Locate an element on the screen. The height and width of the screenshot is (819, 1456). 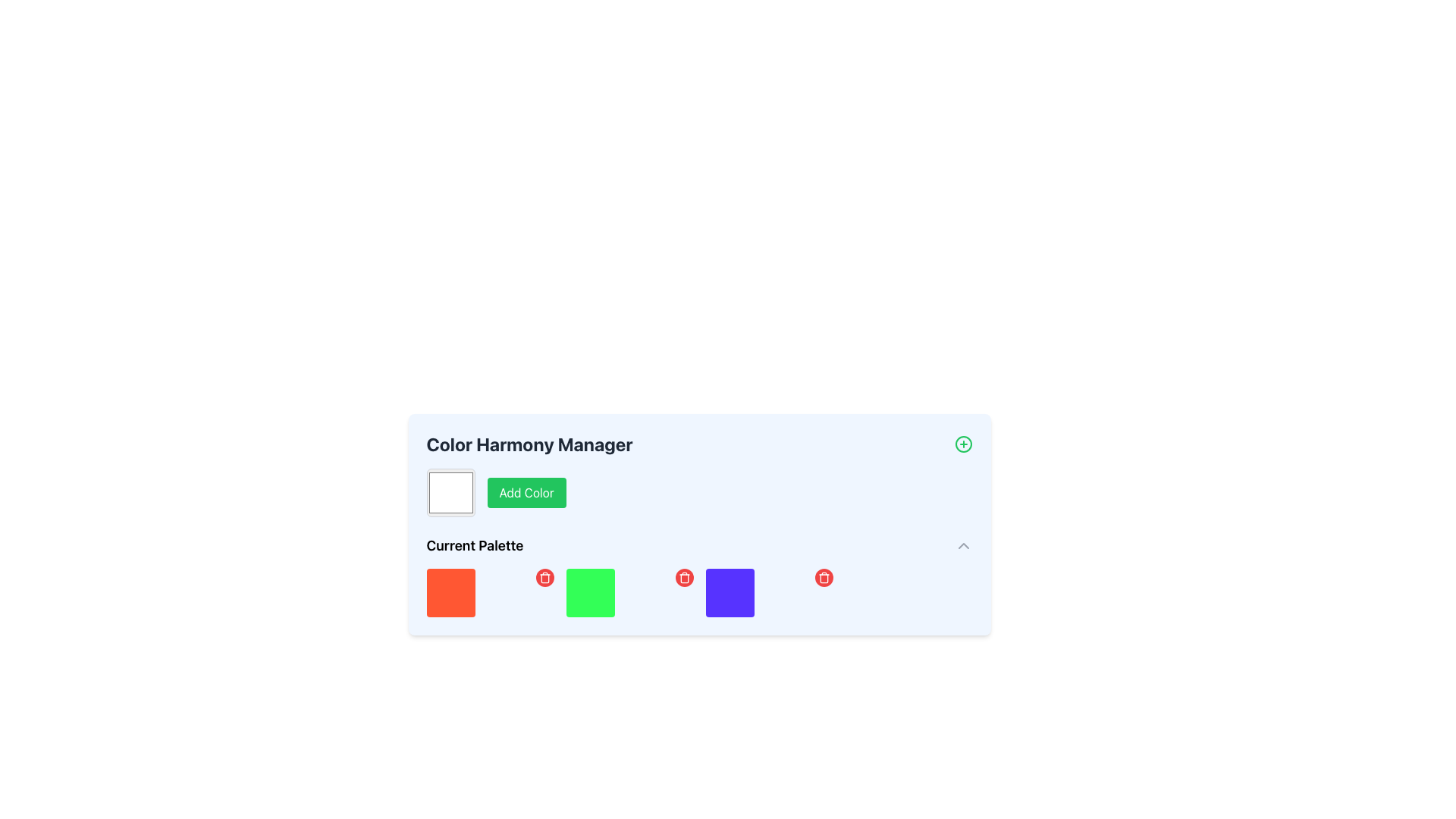
the central icon of the red circular delete button located below the purple color swatch in the Current Palette section is located at coordinates (823, 578).